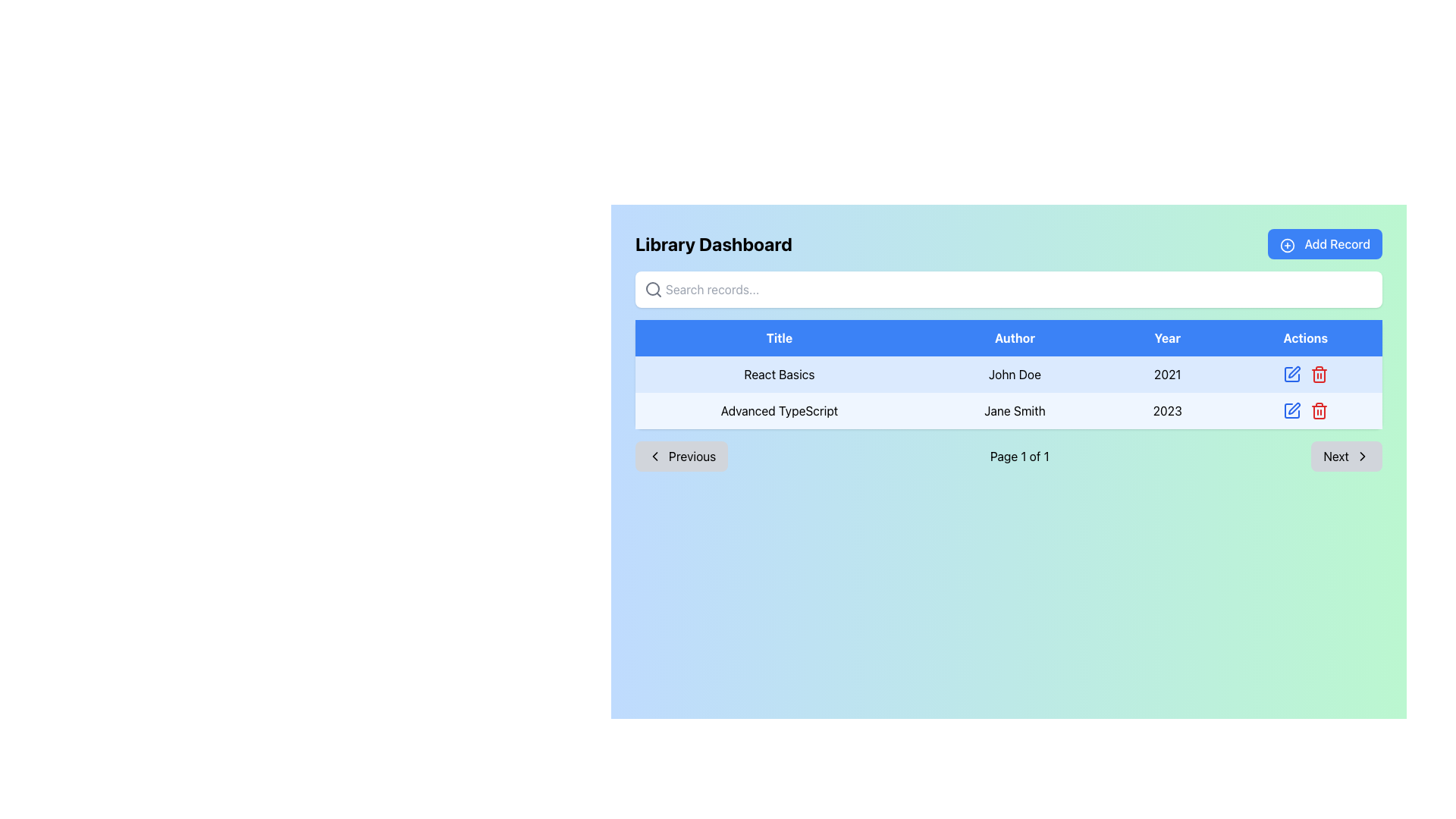  Describe the element at coordinates (681, 455) in the screenshot. I see `the 'Previous' button, which is a rectangular button with a light gray background and bold black text` at that location.